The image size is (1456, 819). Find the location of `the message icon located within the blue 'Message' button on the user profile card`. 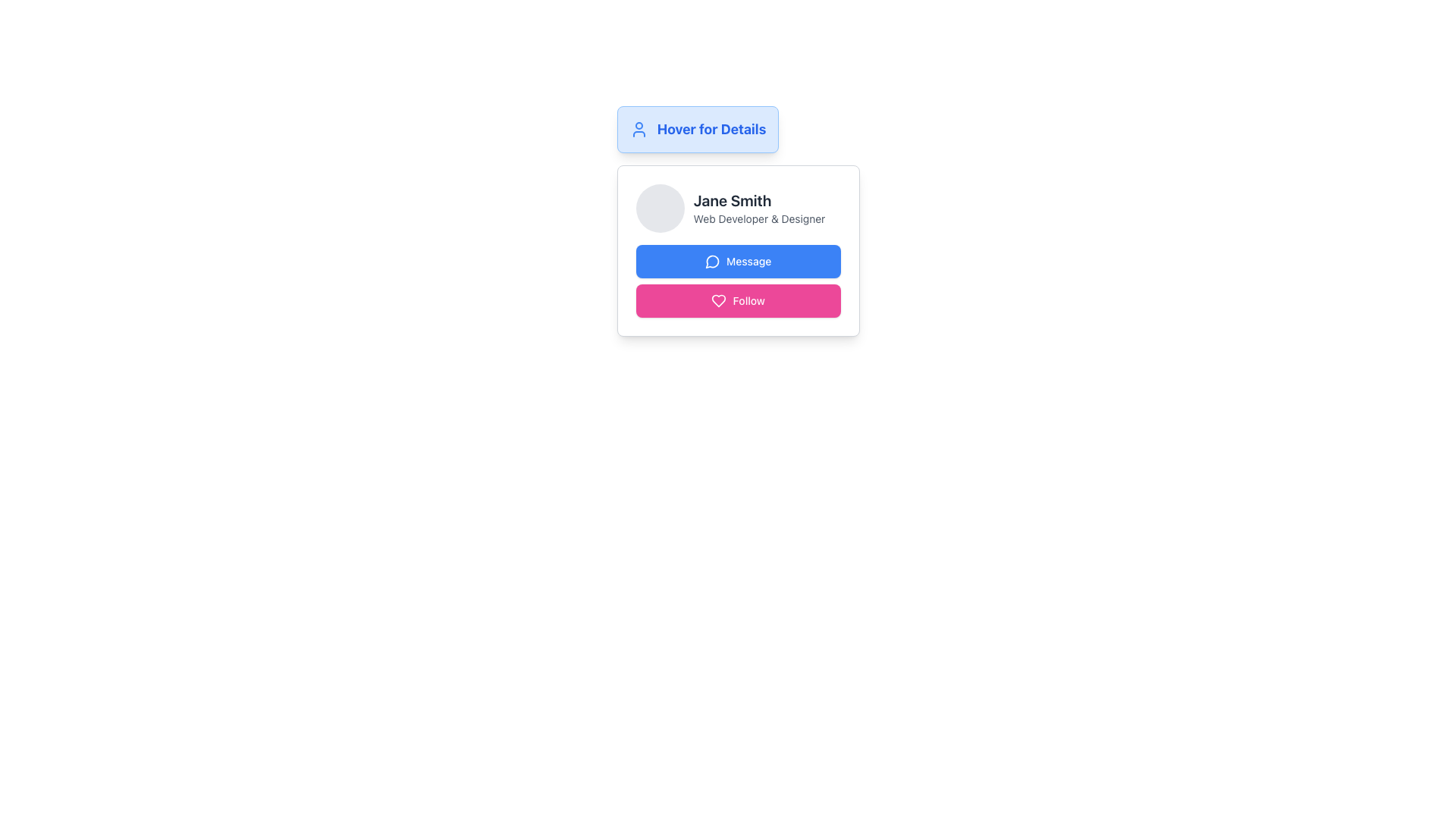

the message icon located within the blue 'Message' button on the user profile card is located at coordinates (711, 261).